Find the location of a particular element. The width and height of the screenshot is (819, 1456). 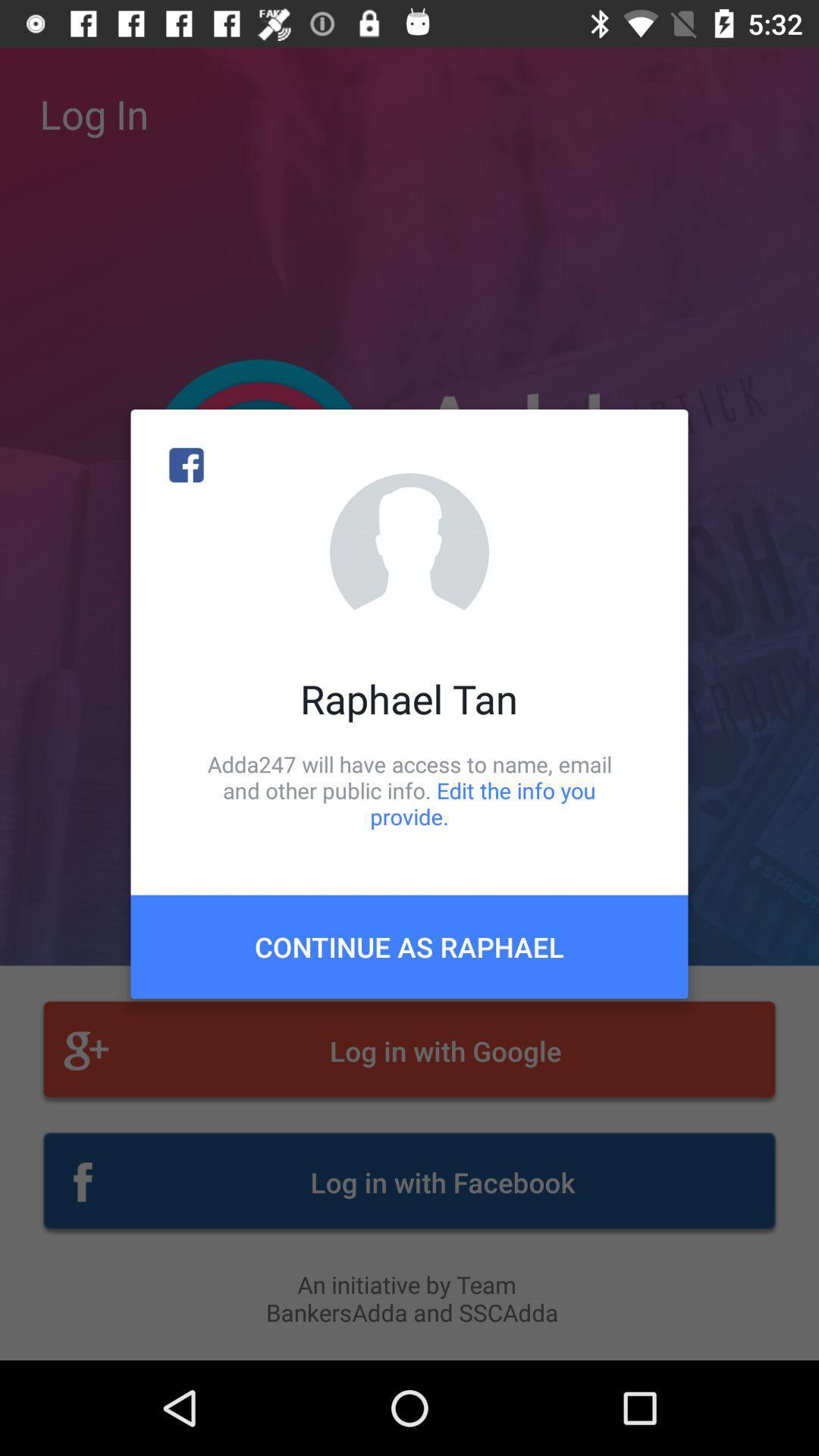

icon below adda247 will have is located at coordinates (409, 946).